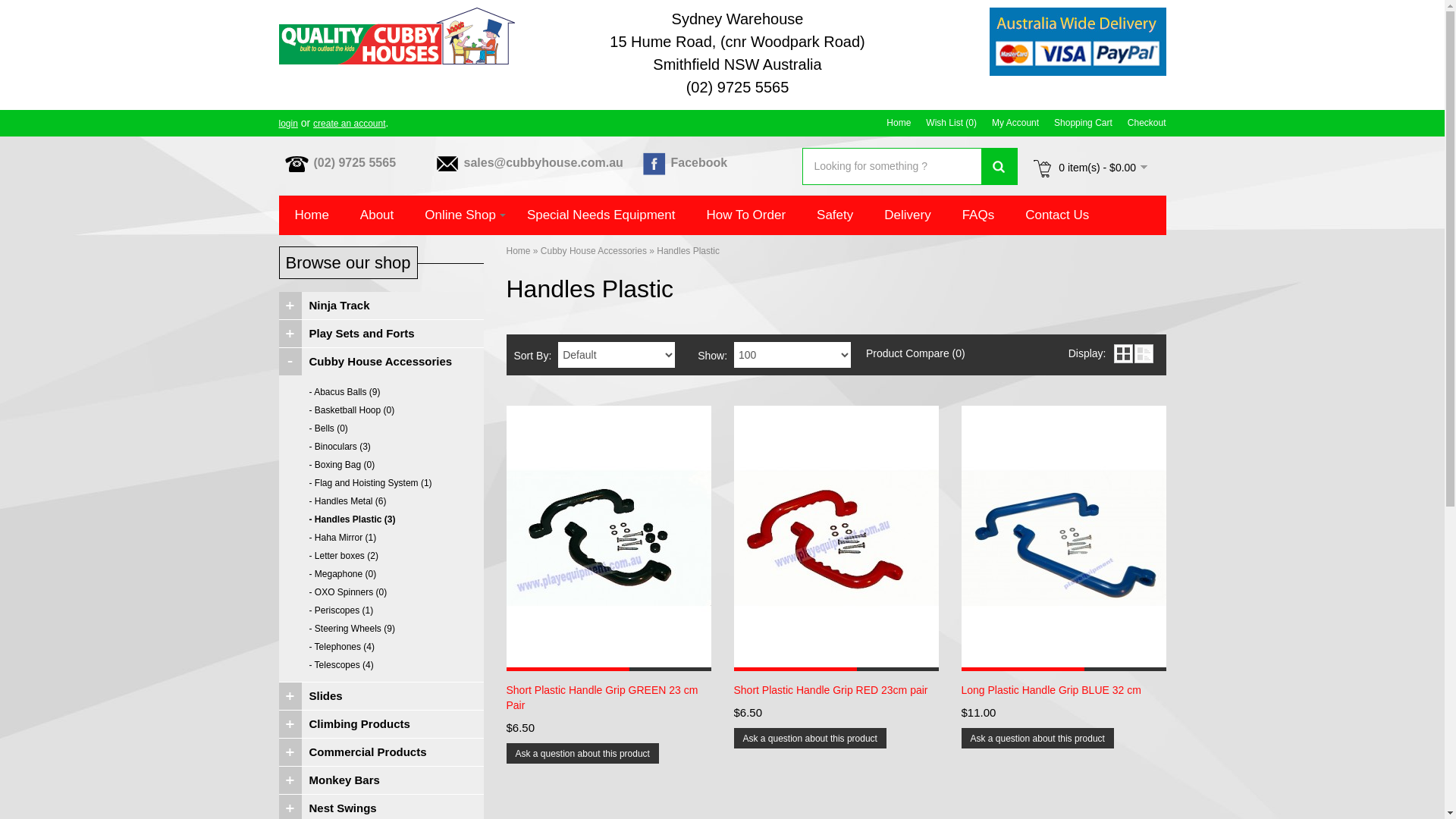 This screenshot has height=819, width=1456. Describe the element at coordinates (279, 332) in the screenshot. I see `'Play Sets and Forts'` at that location.